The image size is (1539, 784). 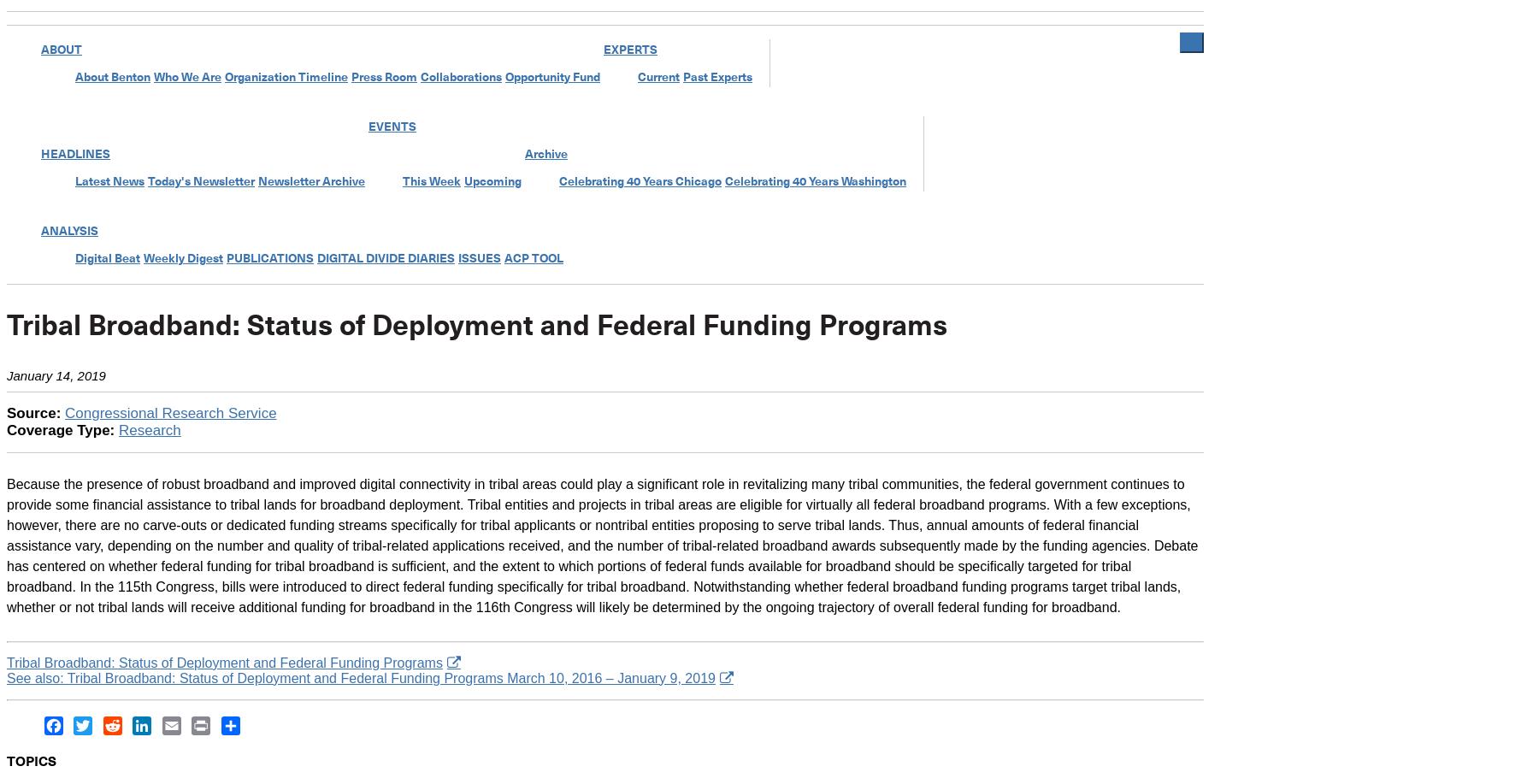 What do you see at coordinates (311, 180) in the screenshot?
I see `'Newsletter Archive'` at bounding box center [311, 180].